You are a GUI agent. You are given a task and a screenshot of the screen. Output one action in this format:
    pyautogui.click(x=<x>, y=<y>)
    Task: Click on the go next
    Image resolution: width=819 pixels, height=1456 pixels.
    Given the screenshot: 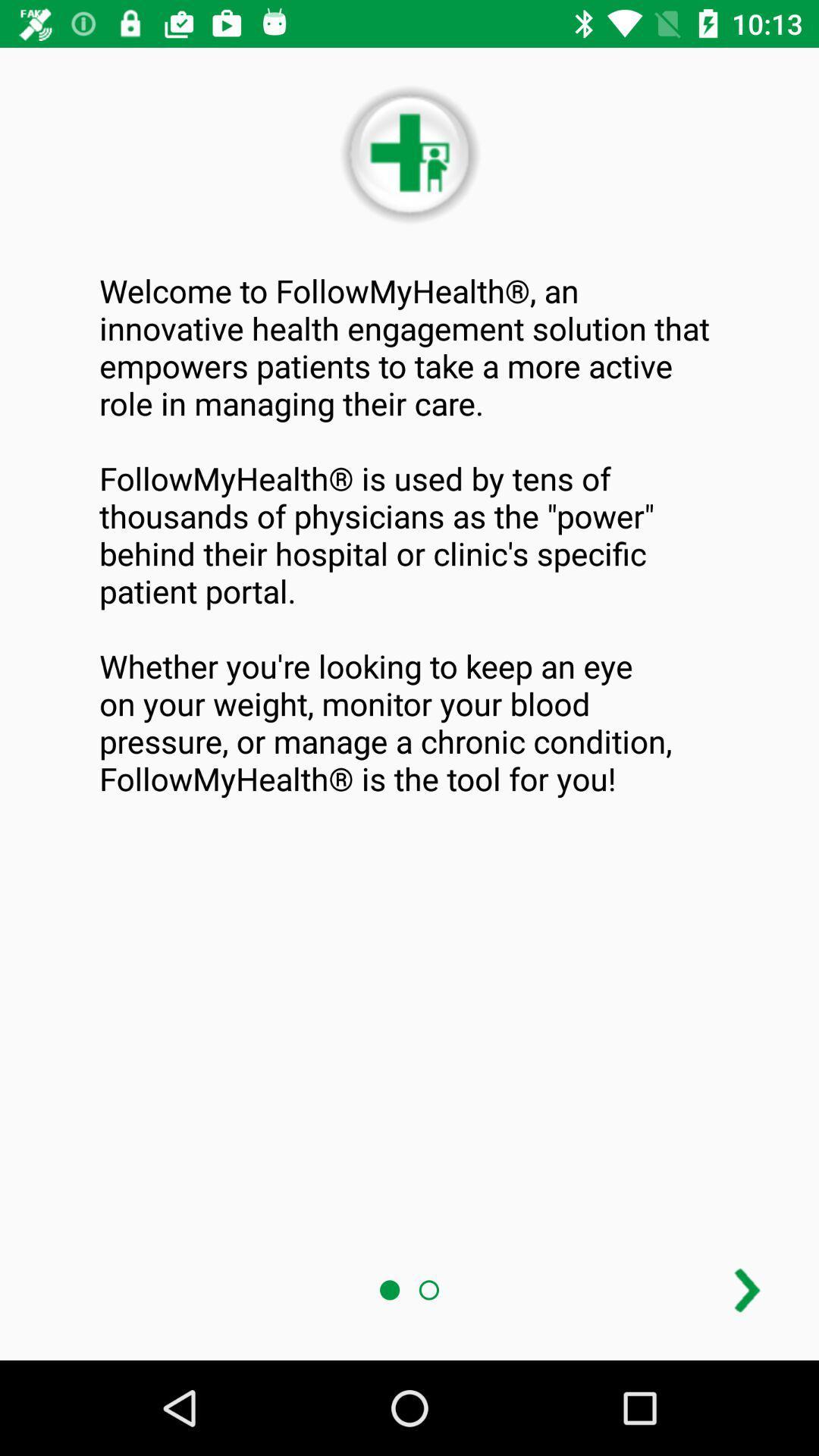 What is the action you would take?
    pyautogui.click(x=746, y=1289)
    